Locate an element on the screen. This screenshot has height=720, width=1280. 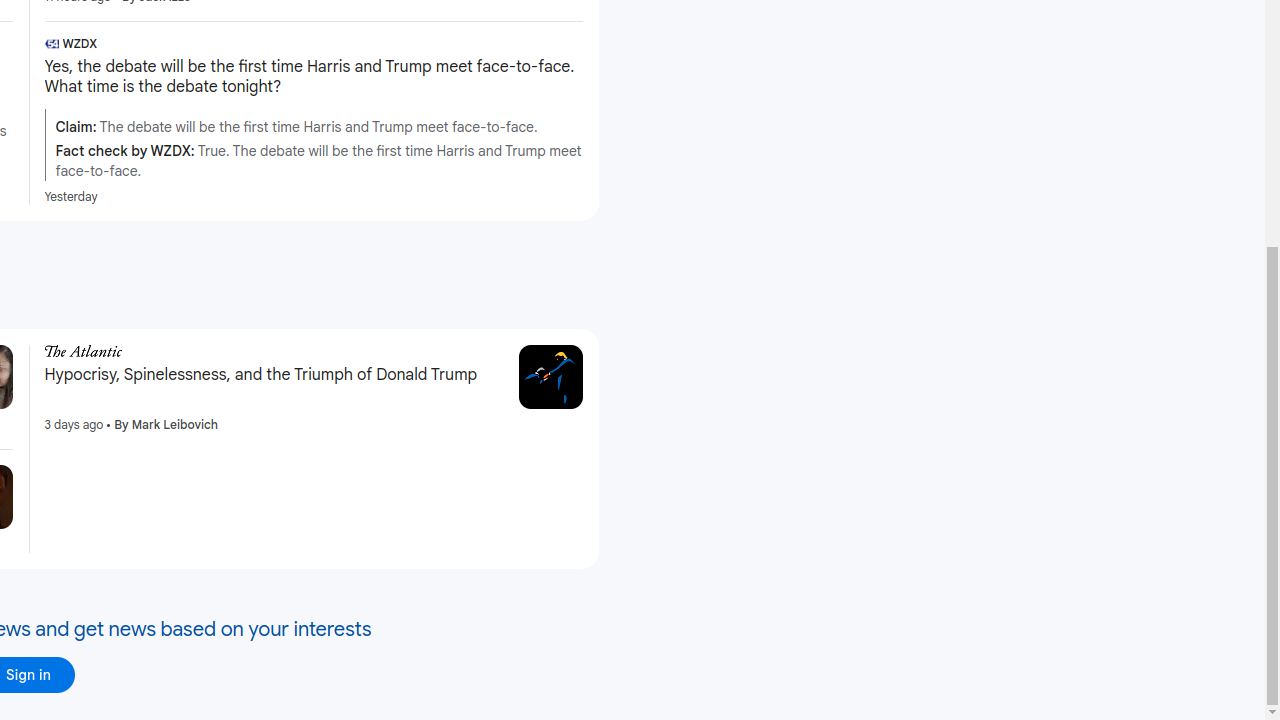
'Yes, the debate will be the first time Harris and Trump meet face-to-face. What time is the debate tonight?' is located at coordinates (312, 75).